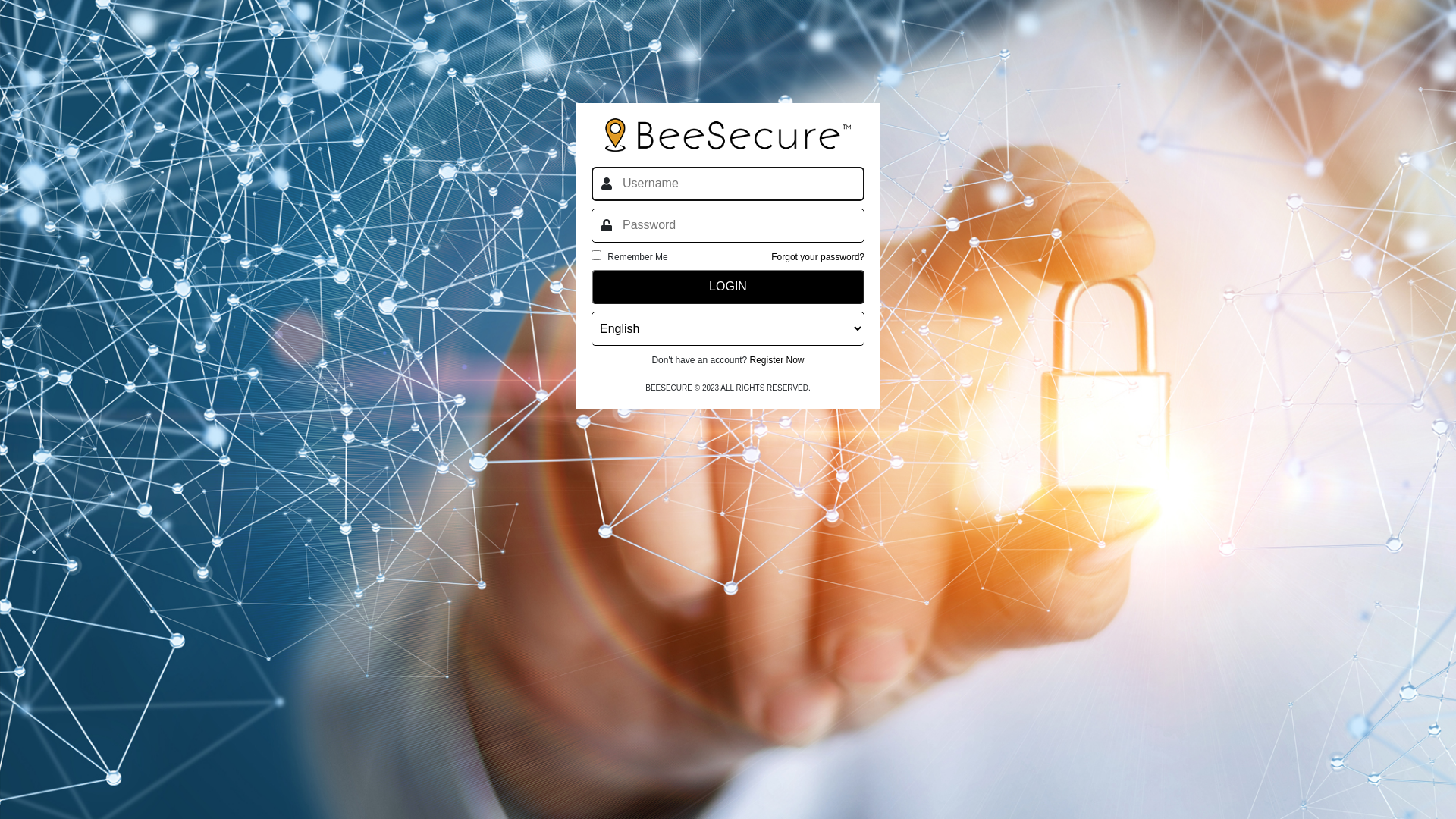  What do you see at coordinates (771, 256) in the screenshot?
I see `'Forgot your password?'` at bounding box center [771, 256].